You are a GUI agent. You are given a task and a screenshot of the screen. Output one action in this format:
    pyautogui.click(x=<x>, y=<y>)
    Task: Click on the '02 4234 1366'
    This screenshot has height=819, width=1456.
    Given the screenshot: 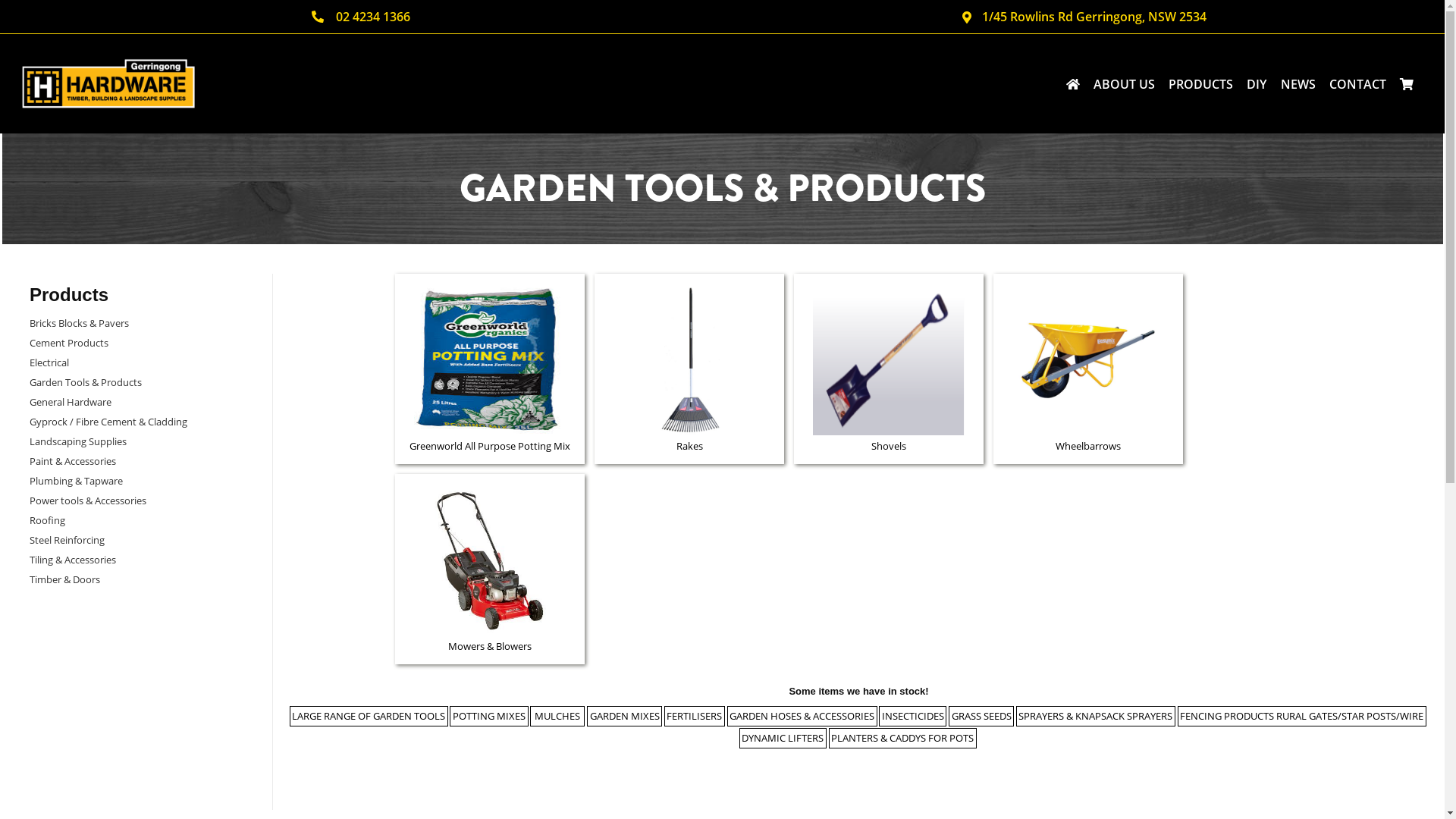 What is the action you would take?
    pyautogui.click(x=360, y=17)
    